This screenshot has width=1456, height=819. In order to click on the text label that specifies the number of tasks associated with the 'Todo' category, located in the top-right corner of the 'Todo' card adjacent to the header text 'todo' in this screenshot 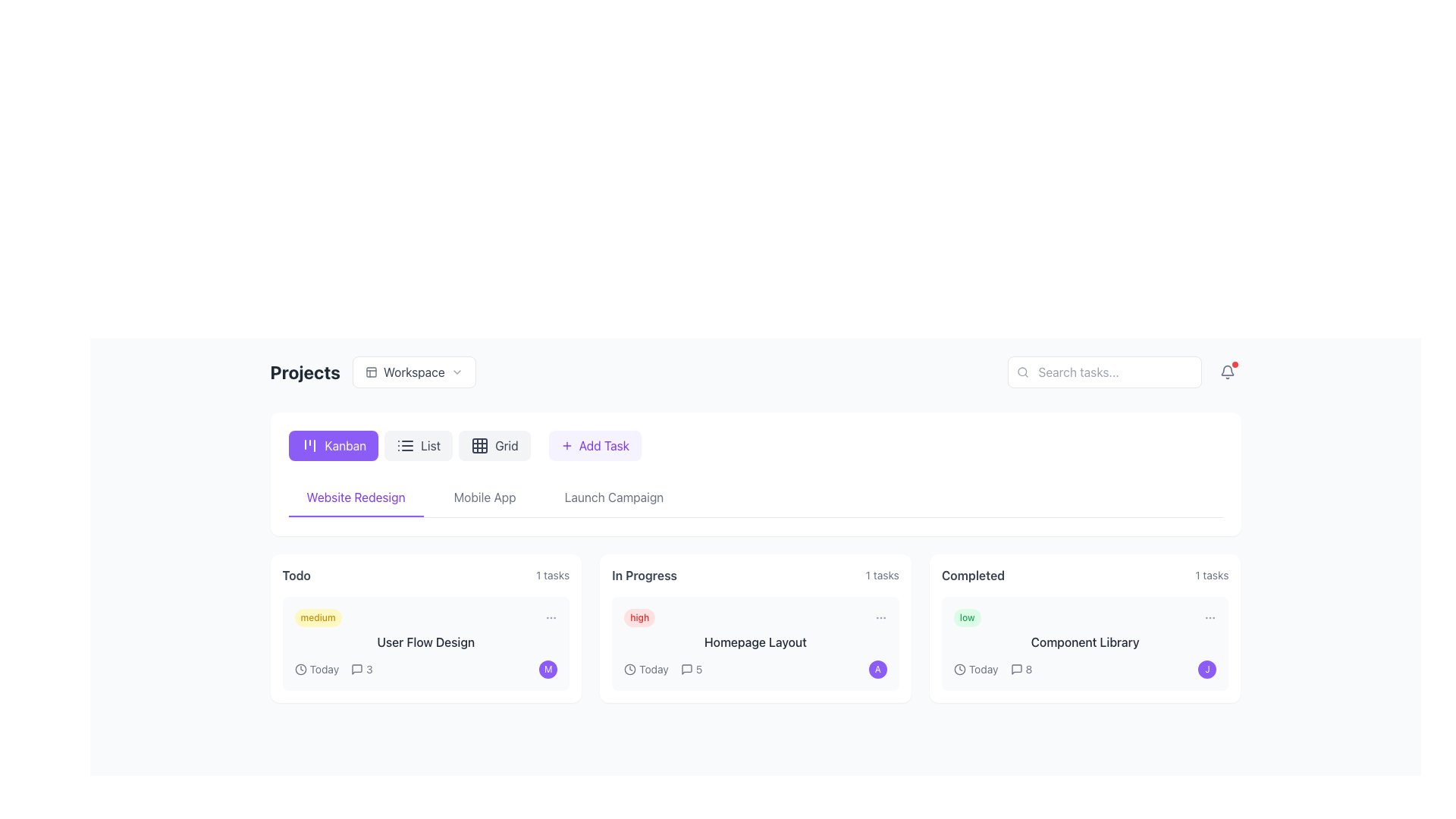, I will do `click(552, 576)`.